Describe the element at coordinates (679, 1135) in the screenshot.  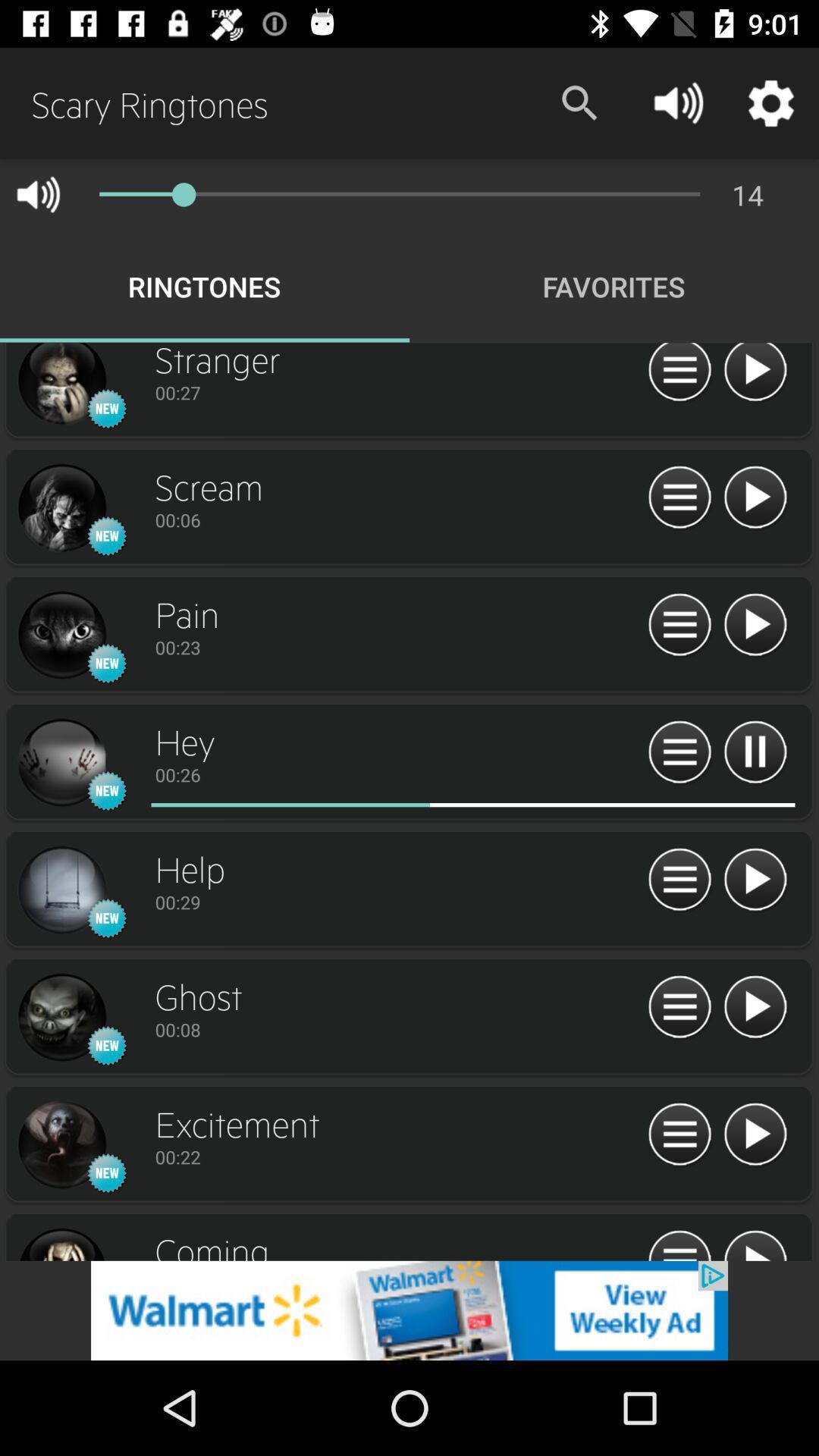
I see `song details` at that location.